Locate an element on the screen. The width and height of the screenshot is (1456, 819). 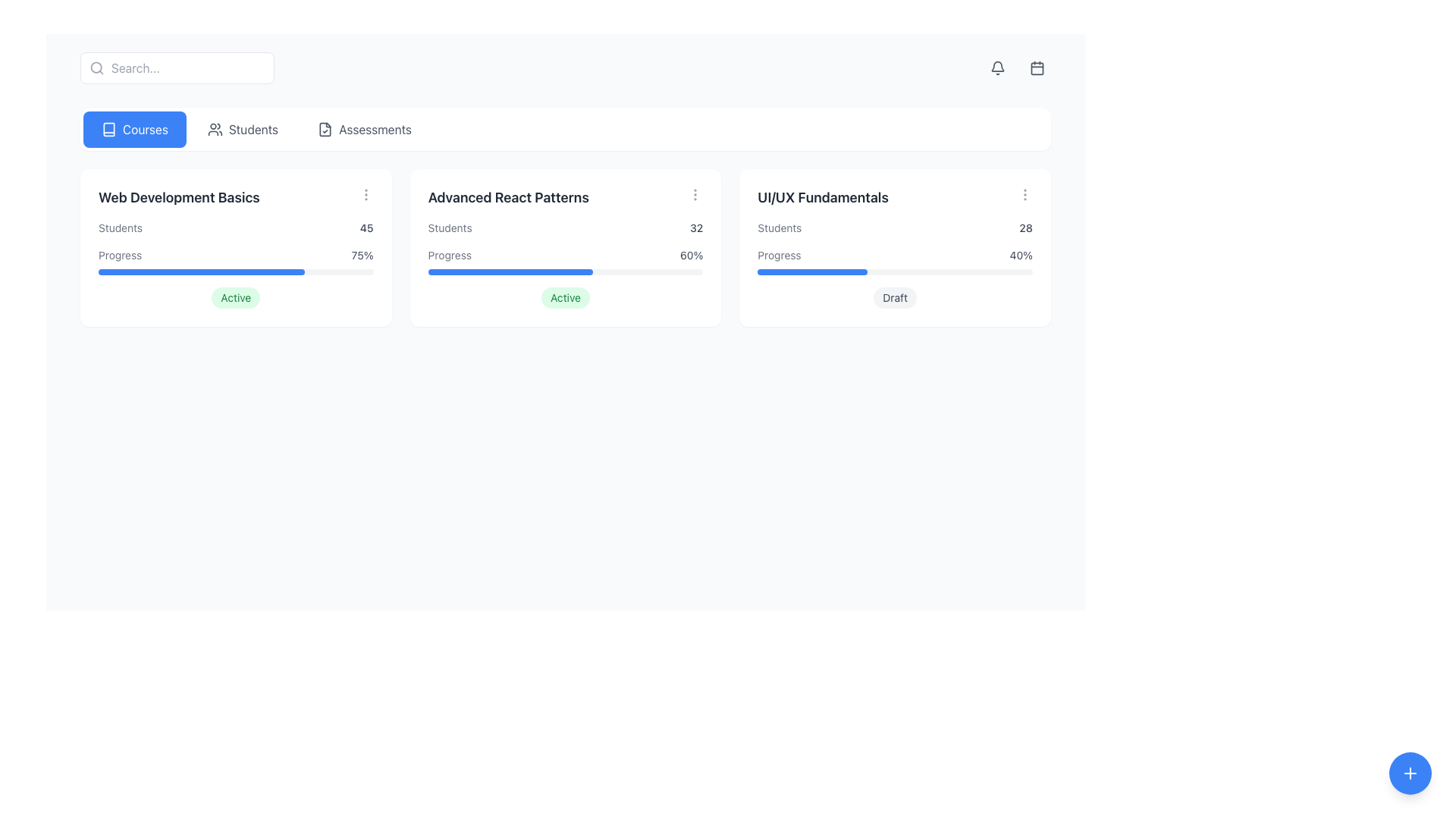
the notification icon button located in the top right area of the interface is located at coordinates (997, 67).